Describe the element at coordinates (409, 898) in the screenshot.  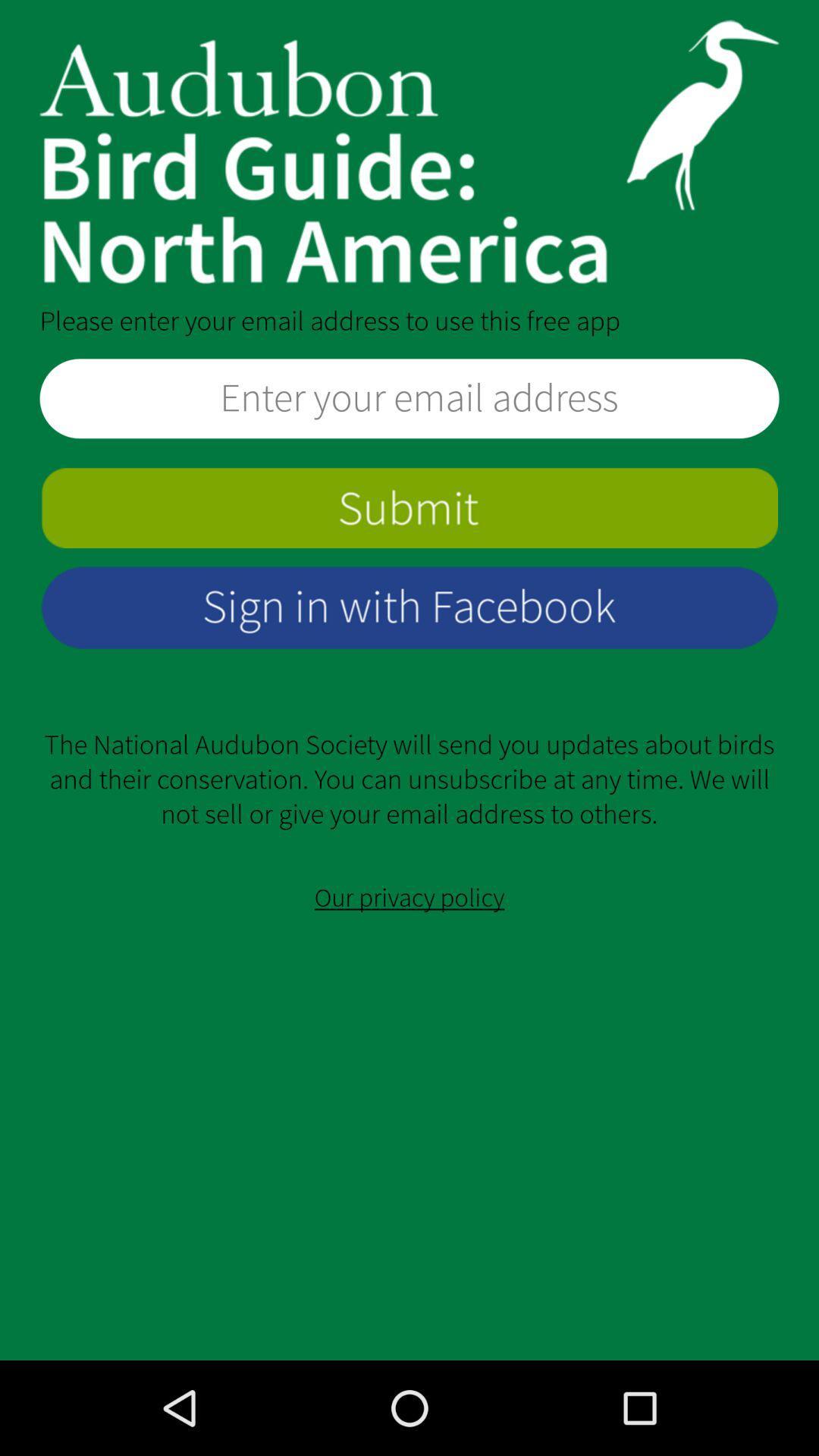
I see `the icon below the the national audubon icon` at that location.